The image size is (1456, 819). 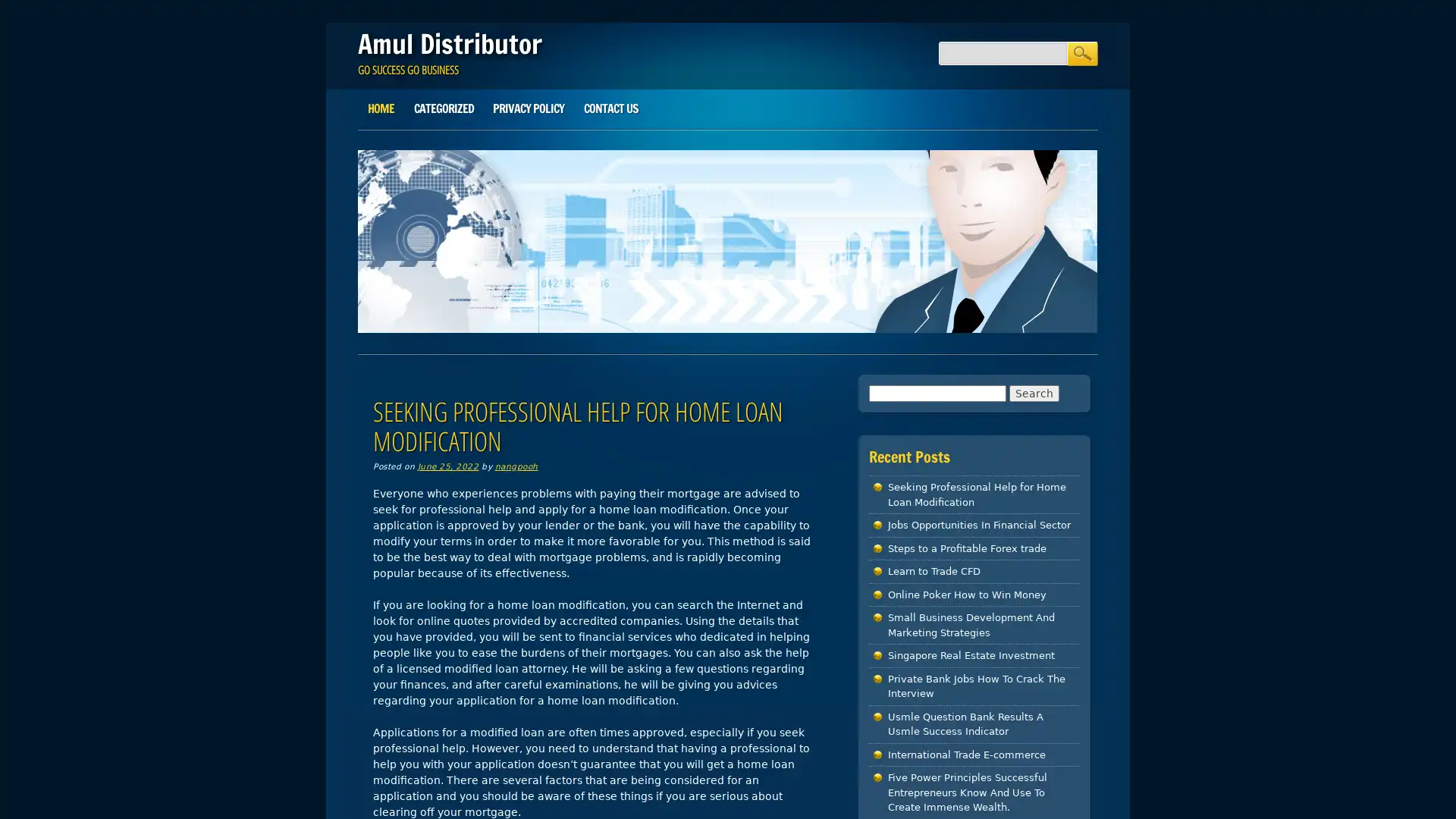 What do you see at coordinates (1081, 52) in the screenshot?
I see `Search` at bounding box center [1081, 52].